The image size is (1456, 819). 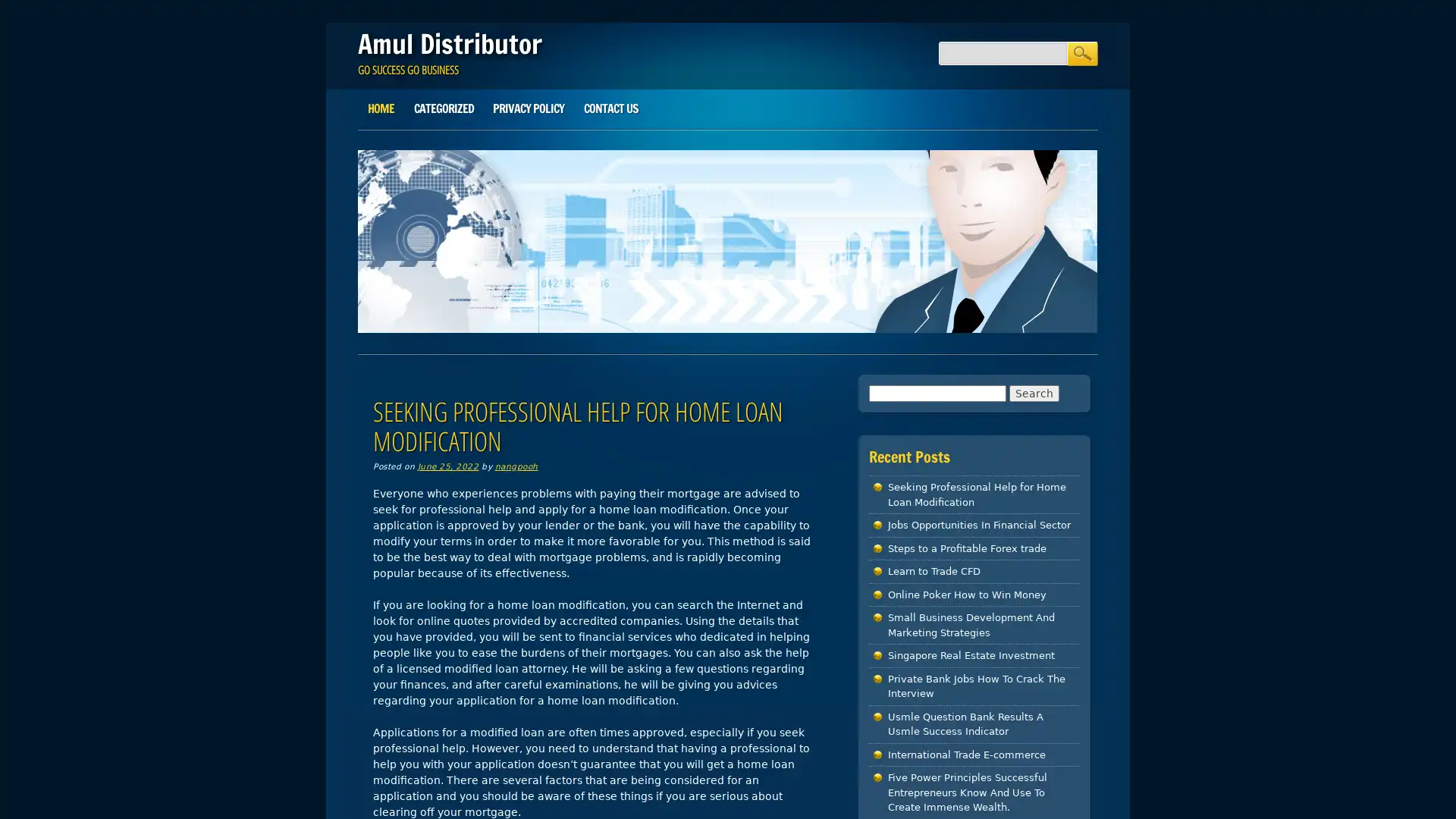 What do you see at coordinates (1081, 52) in the screenshot?
I see `Search` at bounding box center [1081, 52].